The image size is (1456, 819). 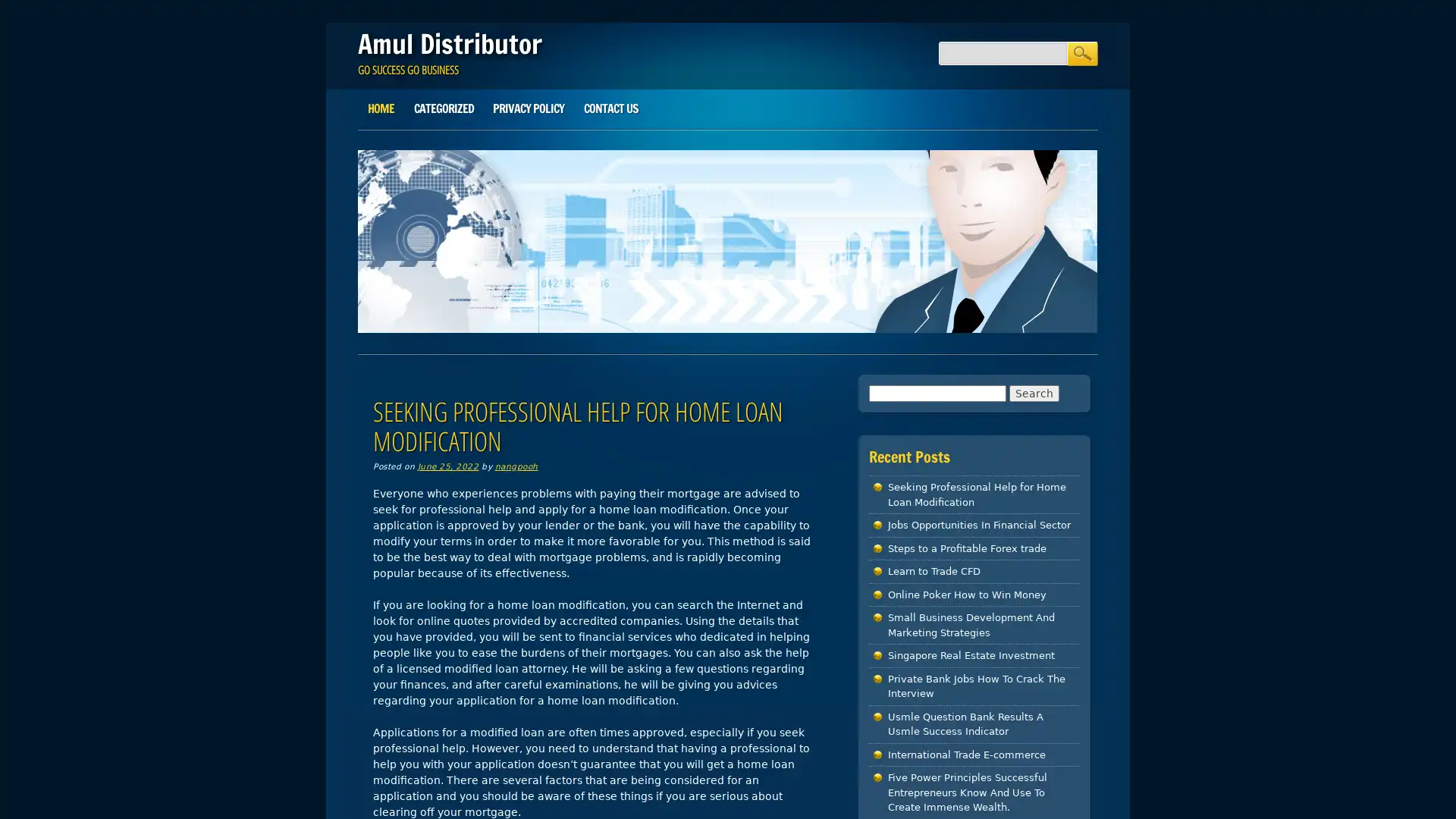 What do you see at coordinates (1081, 52) in the screenshot?
I see `Search` at bounding box center [1081, 52].